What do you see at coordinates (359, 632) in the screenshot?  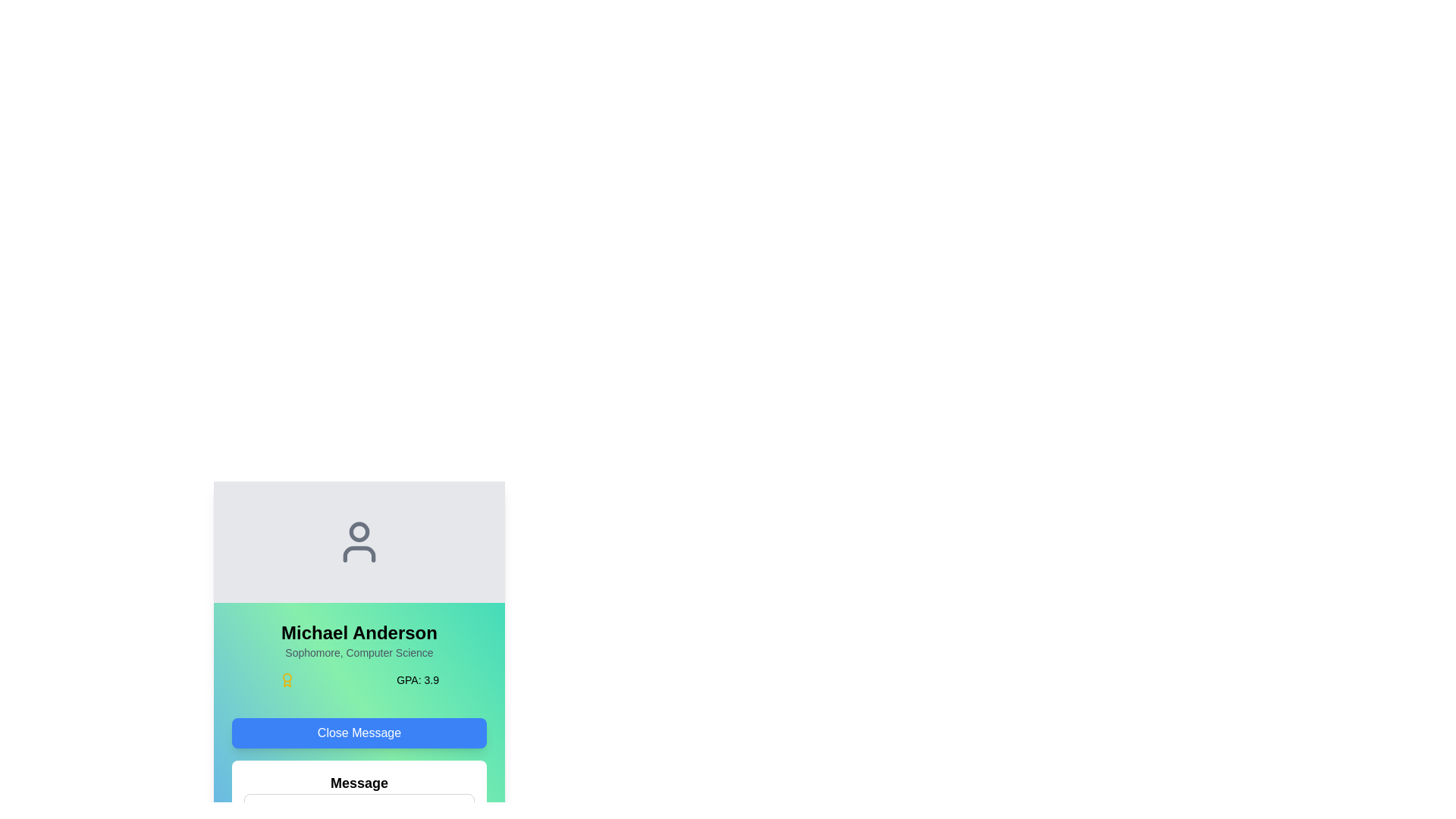 I see `the text label displaying 'Michael Anderson' in bold on a gradient green background` at bounding box center [359, 632].